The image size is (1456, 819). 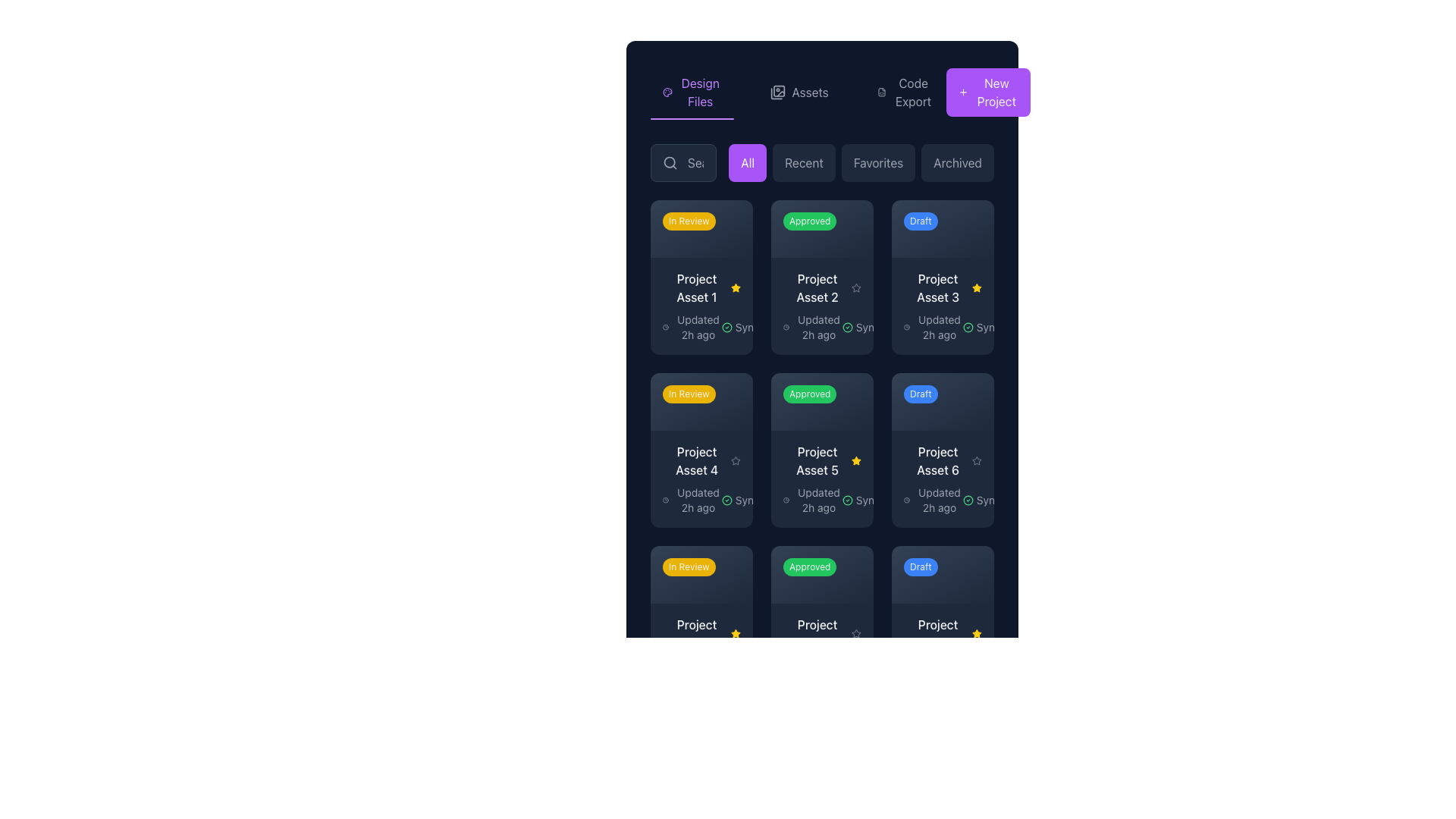 I want to click on the central circular component of the icon located in the 'Approved' section of the 'Project Asset 2' card, found in the first row, second column of the grid layout, so click(x=846, y=326).